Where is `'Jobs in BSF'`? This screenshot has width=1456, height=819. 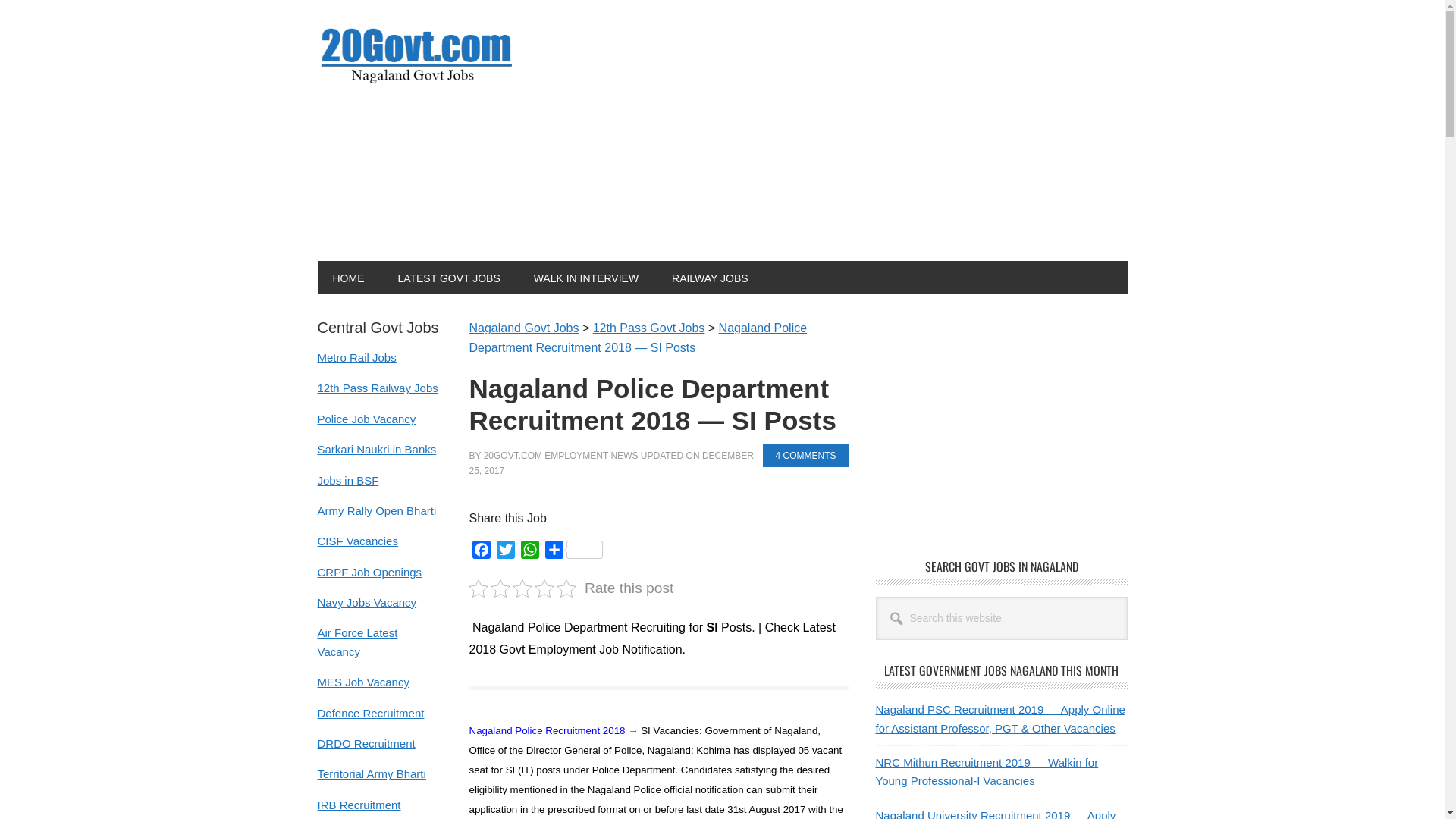
'Jobs in BSF' is located at coordinates (347, 479).